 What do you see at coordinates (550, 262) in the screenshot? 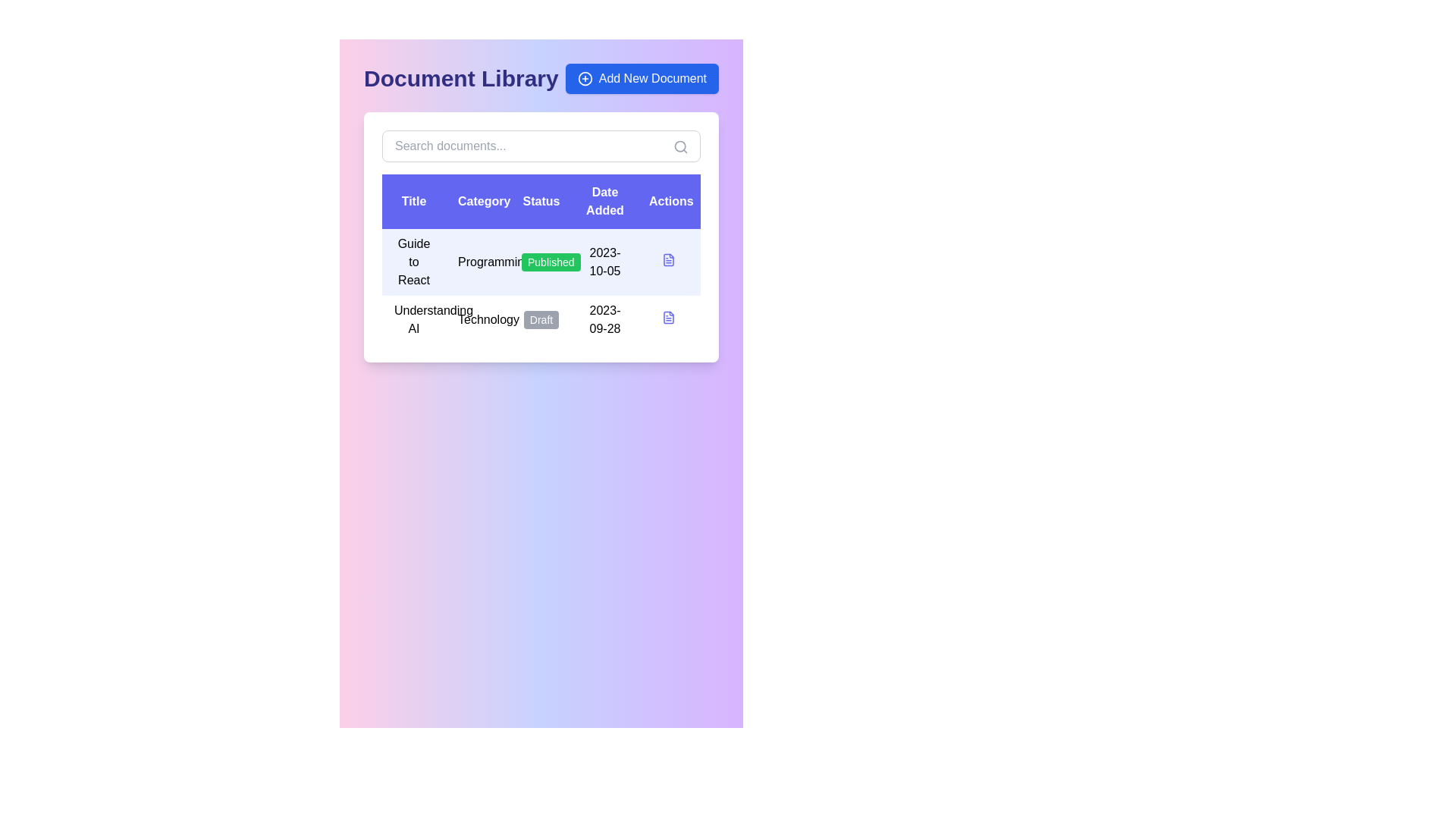
I see `the 'Published' indicator label with a green background and white rounded borders located in the 'Status' column of the first row in the 'Document Library' section` at bounding box center [550, 262].